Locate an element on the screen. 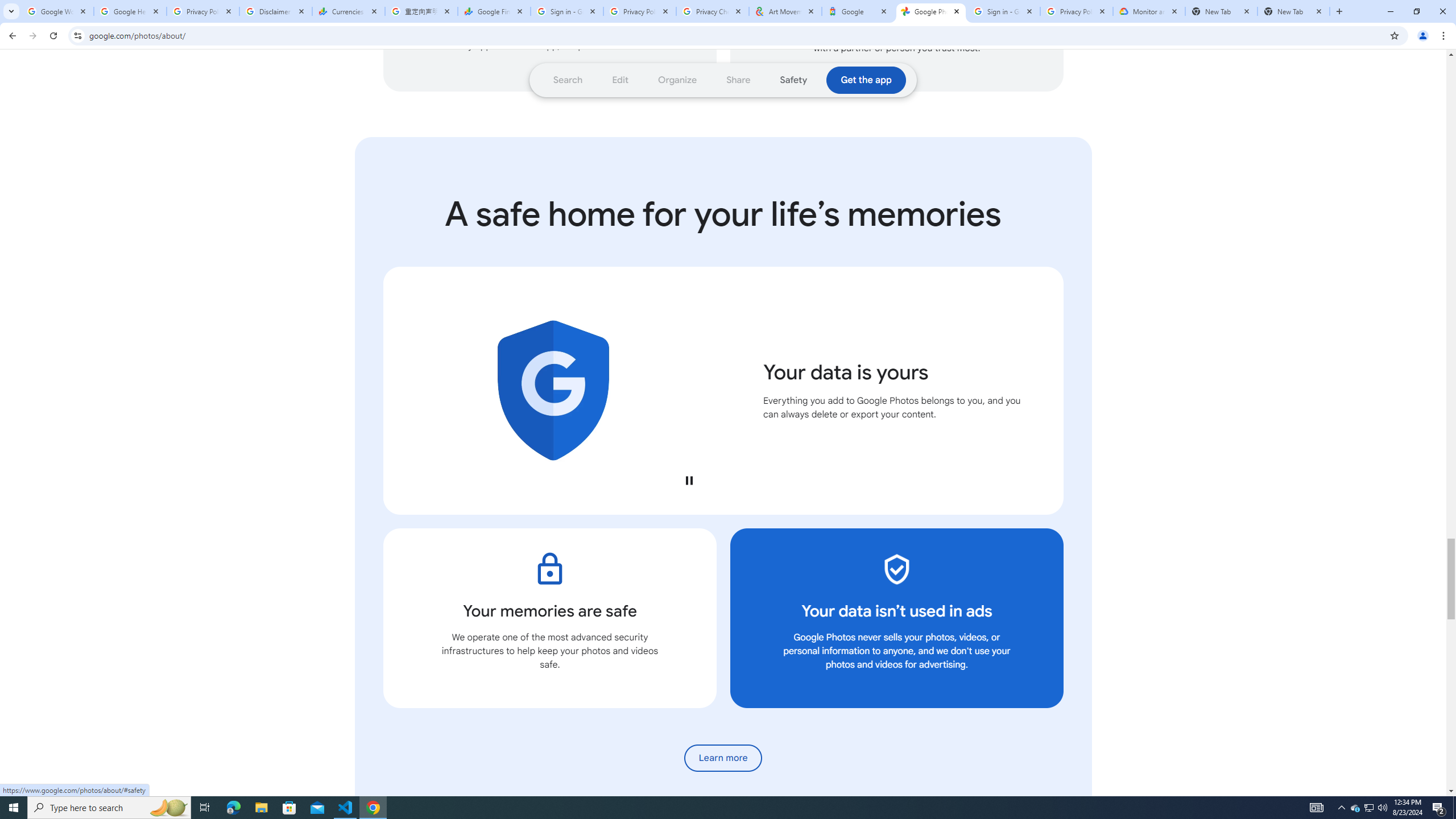 Image resolution: width=1456 pixels, height=819 pixels. 'New Tab' is located at coordinates (1221, 11).